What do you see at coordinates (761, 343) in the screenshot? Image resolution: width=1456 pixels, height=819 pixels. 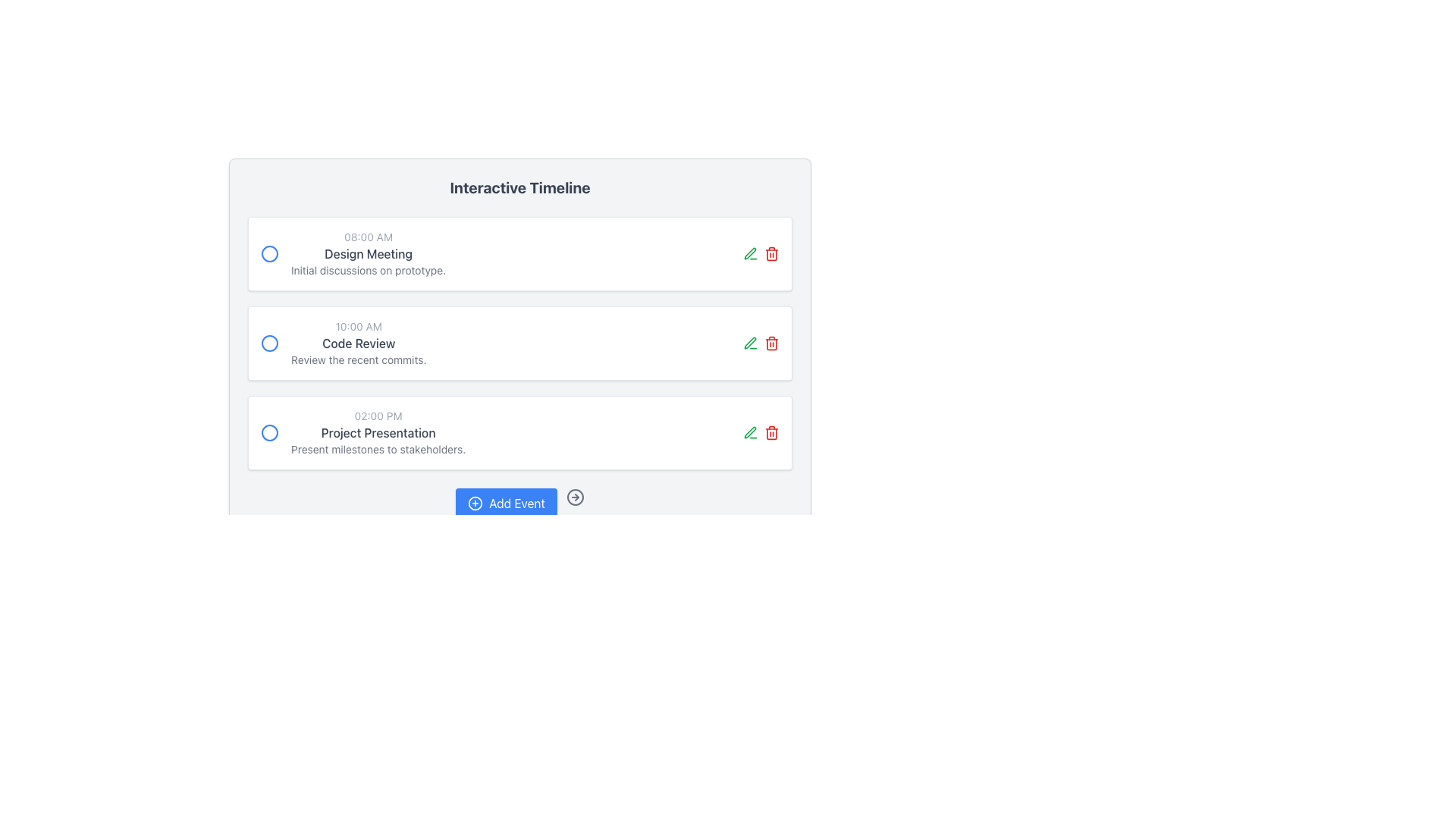 I see `the red trash bin icon in the cluster of interactive icons` at bounding box center [761, 343].